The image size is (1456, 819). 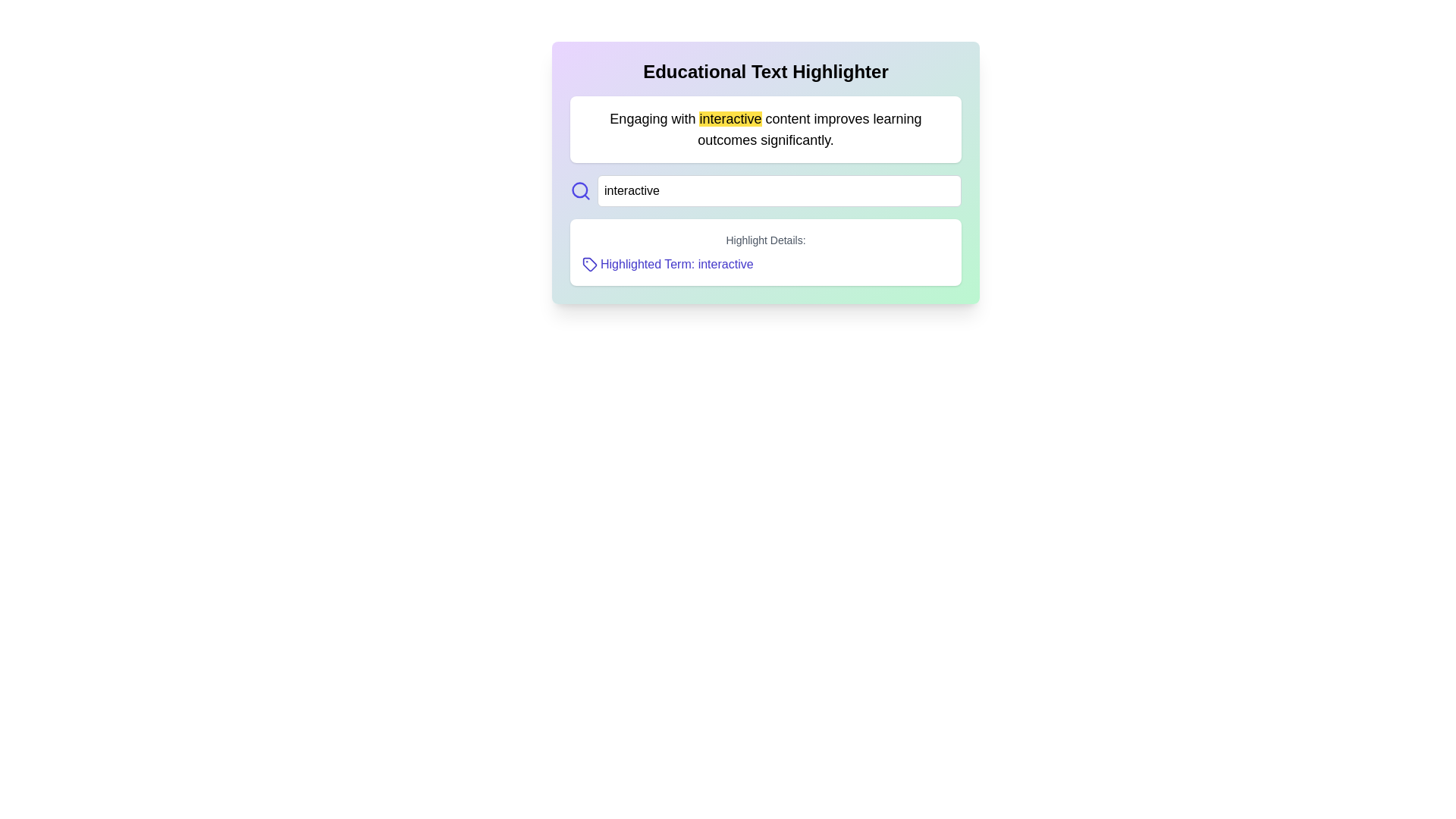 What do you see at coordinates (579, 189) in the screenshot?
I see `the circular graphic component that represents the magnifying glass within the search icon layout, located to the left of the 'interactive' input box` at bounding box center [579, 189].